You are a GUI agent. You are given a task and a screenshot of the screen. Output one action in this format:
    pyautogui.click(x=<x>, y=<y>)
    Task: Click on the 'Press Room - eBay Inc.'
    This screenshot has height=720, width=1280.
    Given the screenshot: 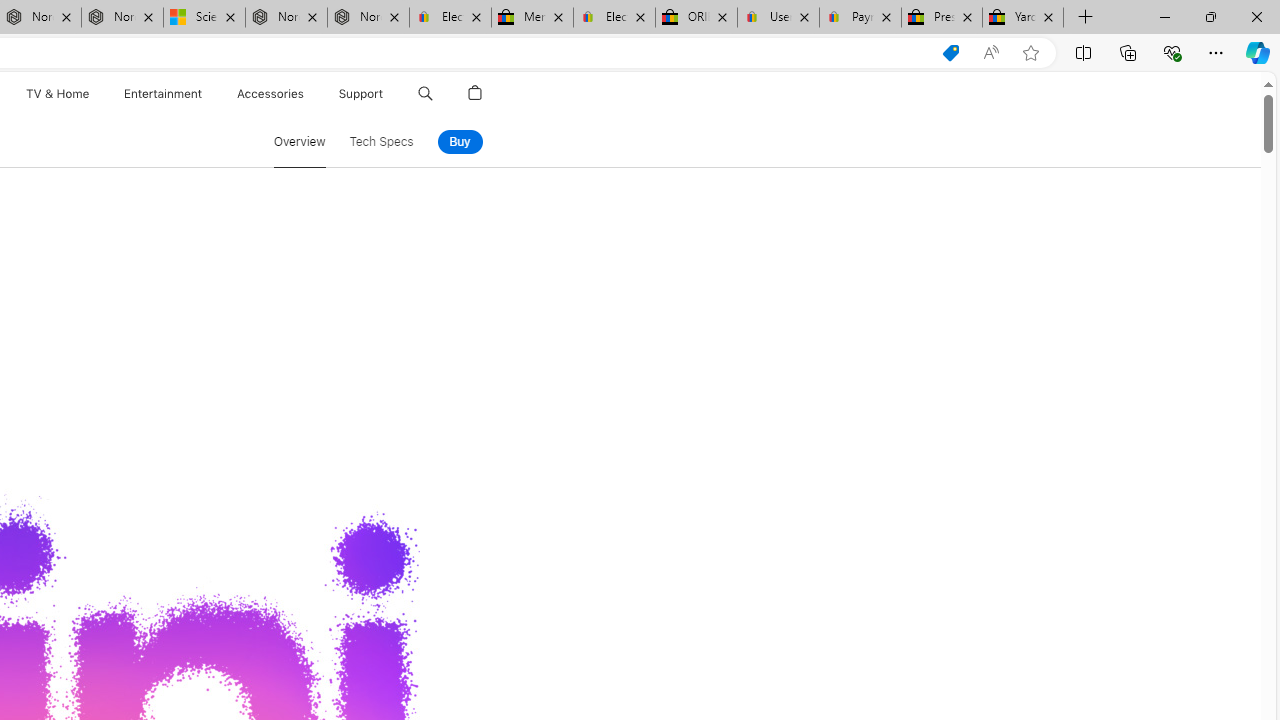 What is the action you would take?
    pyautogui.click(x=941, y=17)
    